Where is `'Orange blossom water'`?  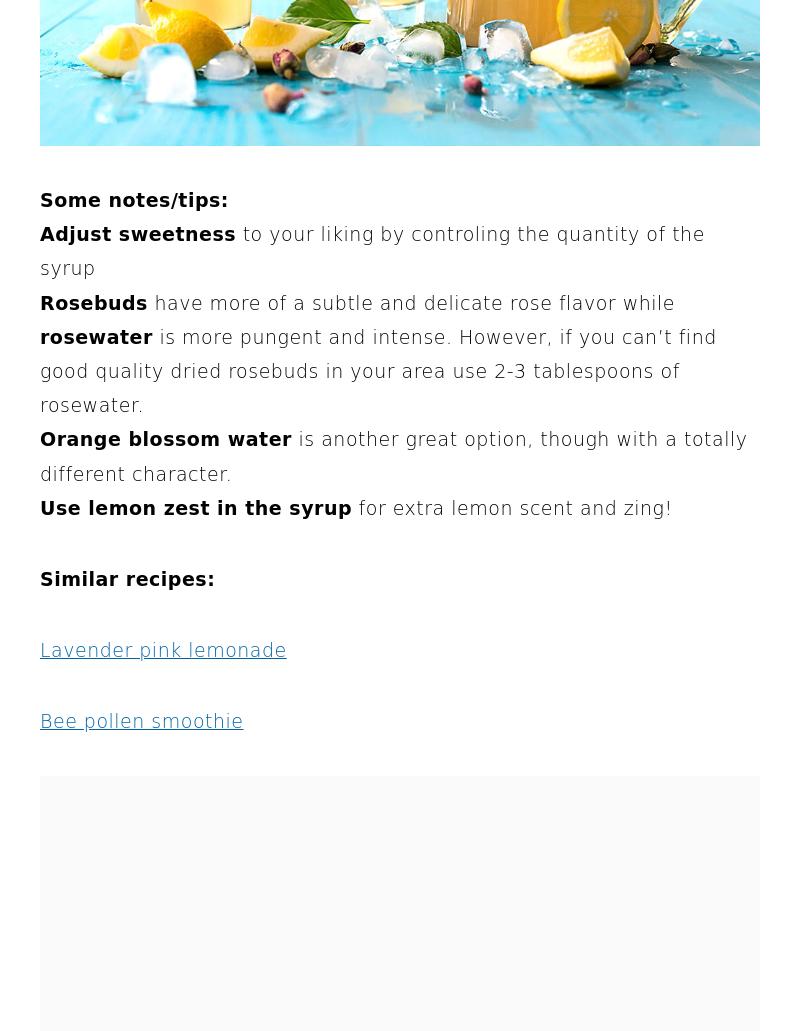
'Orange blossom water' is located at coordinates (39, 438).